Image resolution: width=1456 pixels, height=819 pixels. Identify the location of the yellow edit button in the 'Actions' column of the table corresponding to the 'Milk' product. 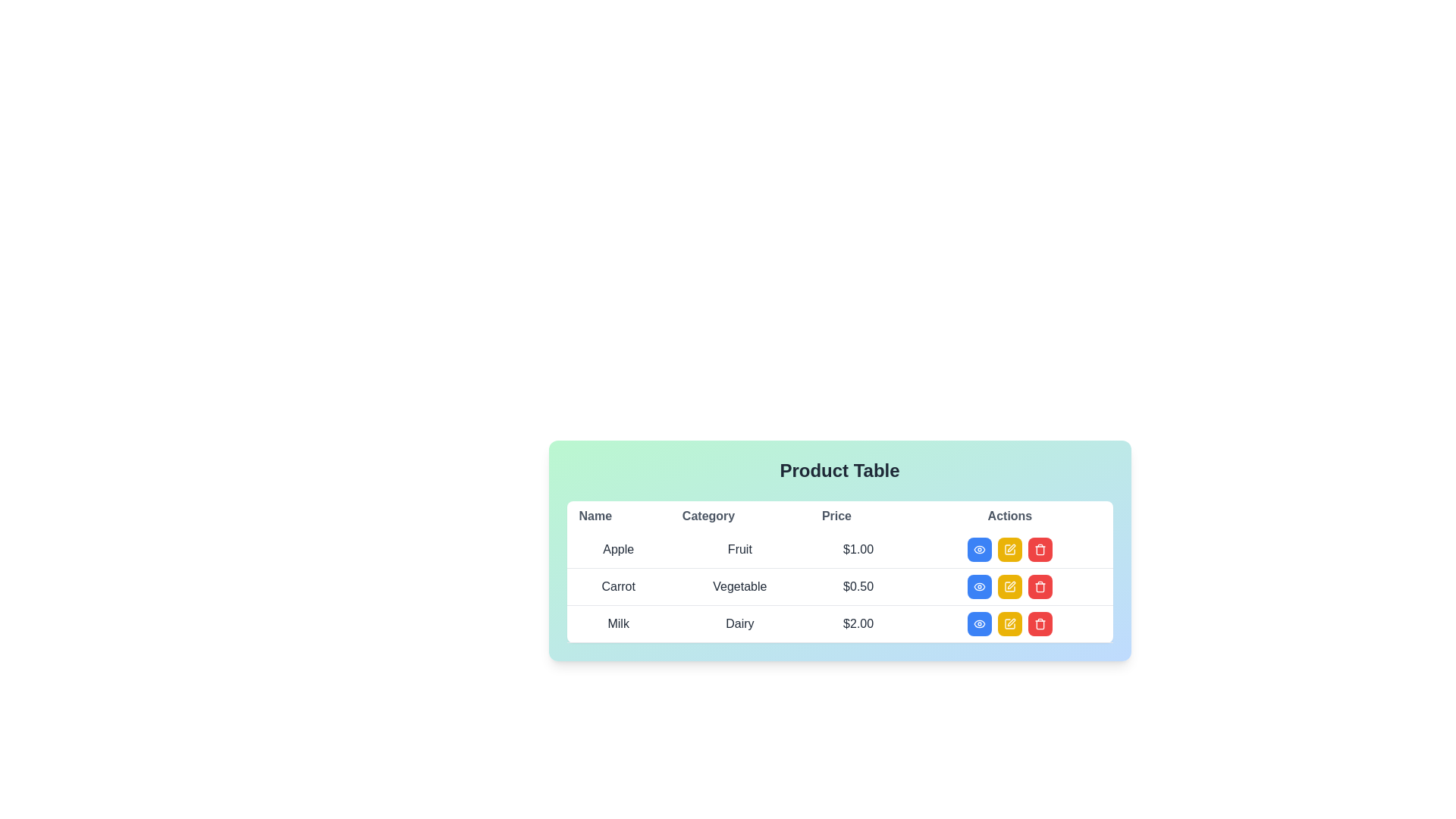
(1009, 586).